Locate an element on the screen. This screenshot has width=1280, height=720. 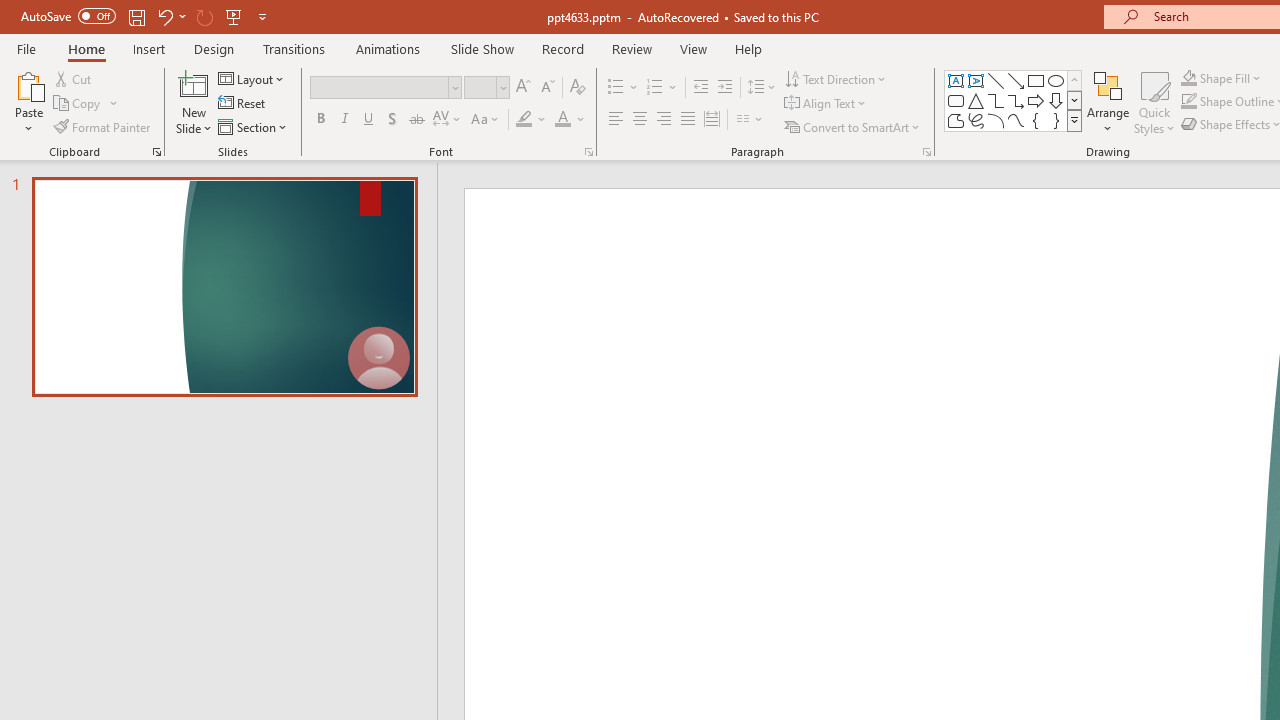
'Bold' is located at coordinates (320, 119).